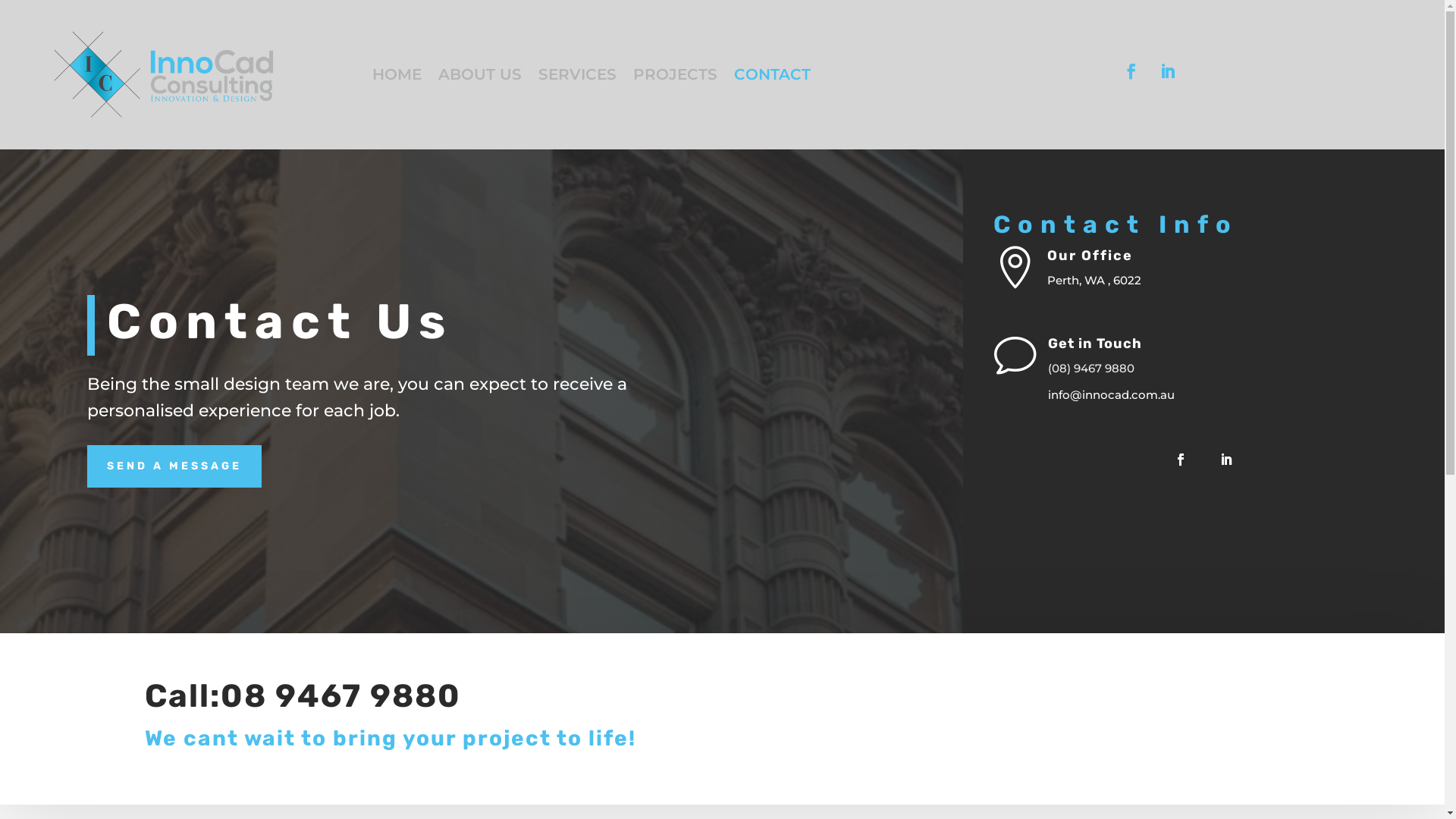  I want to click on 'Follow on LinkedIn', so click(1167, 71).